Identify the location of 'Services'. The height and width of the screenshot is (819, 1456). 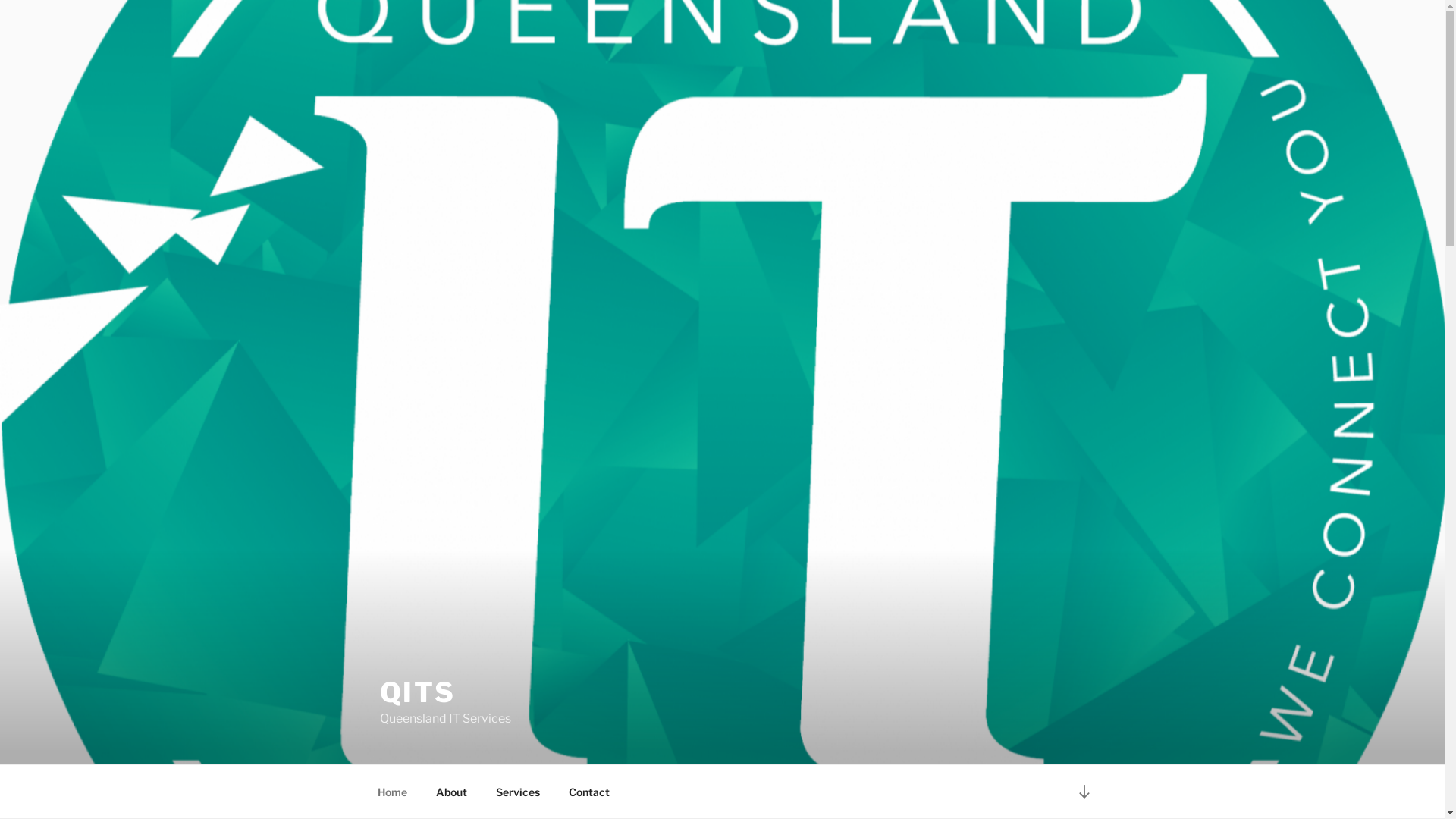
(517, 791).